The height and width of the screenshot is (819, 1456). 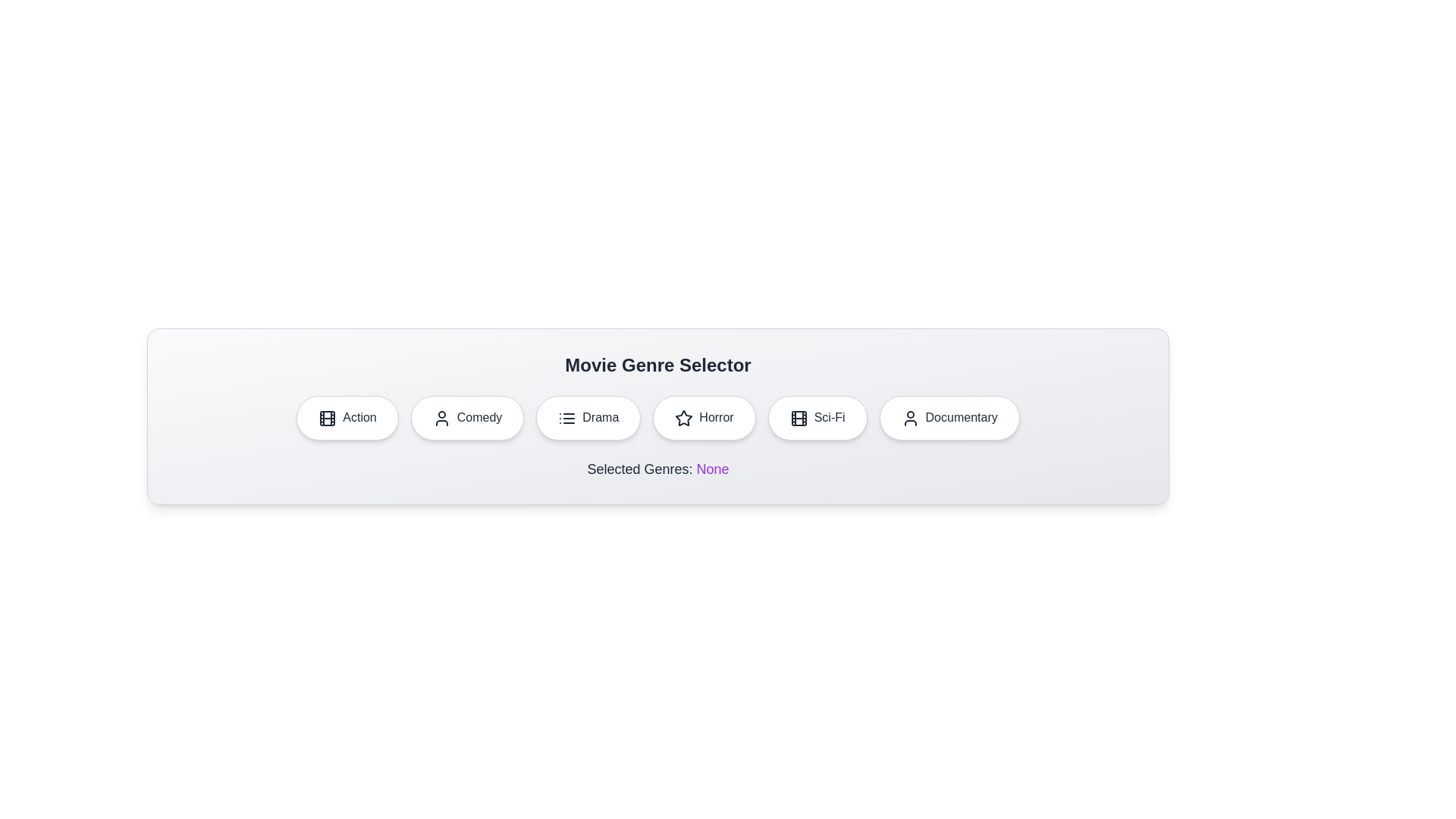 What do you see at coordinates (658, 366) in the screenshot?
I see `the prominent header text labeled 'Movie Genre Selector', which is displayed in bold and centered format above the genre selection buttons` at bounding box center [658, 366].